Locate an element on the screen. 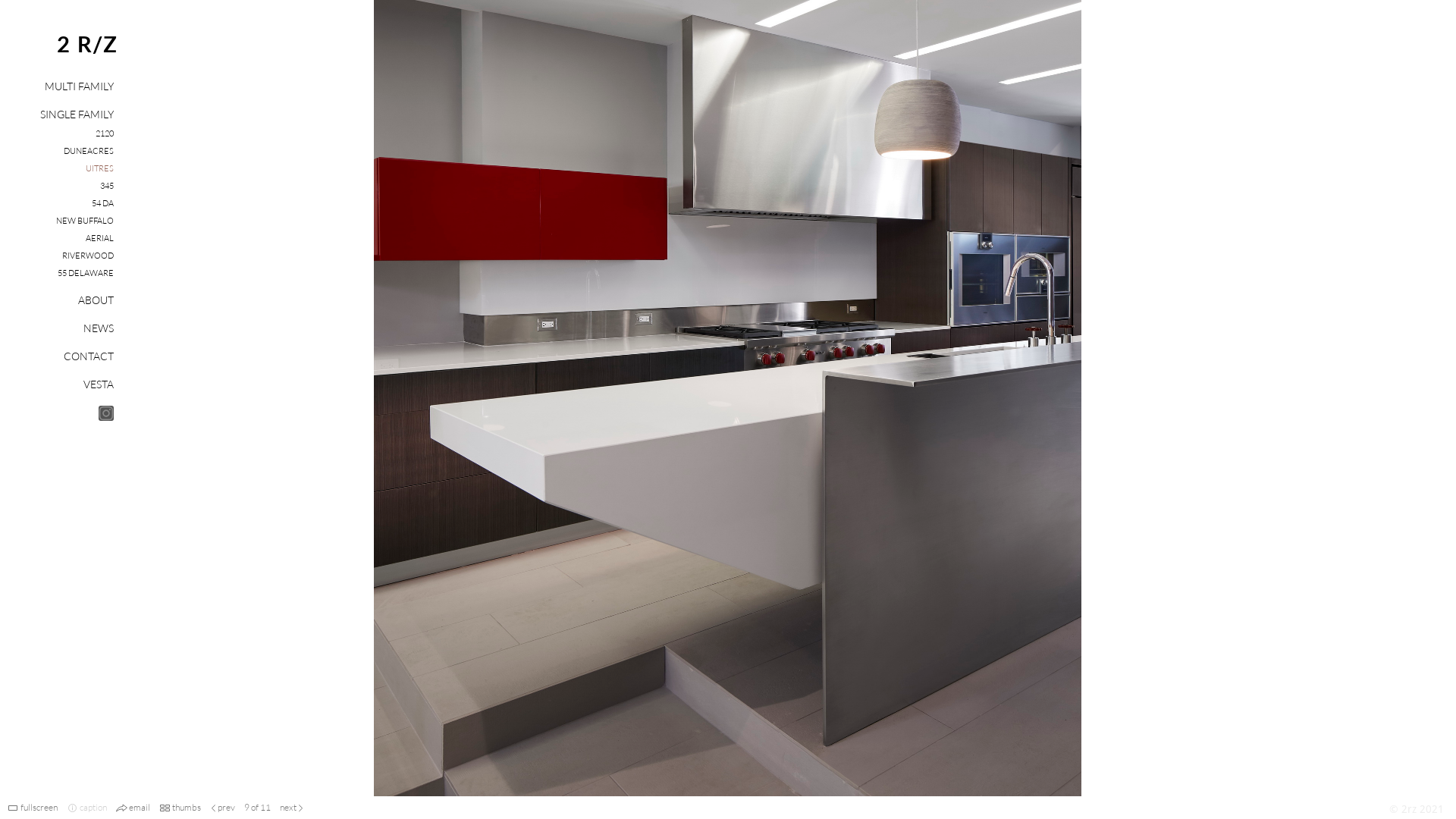 This screenshot has height=819, width=1456. 'prev' is located at coordinates (217, 805).